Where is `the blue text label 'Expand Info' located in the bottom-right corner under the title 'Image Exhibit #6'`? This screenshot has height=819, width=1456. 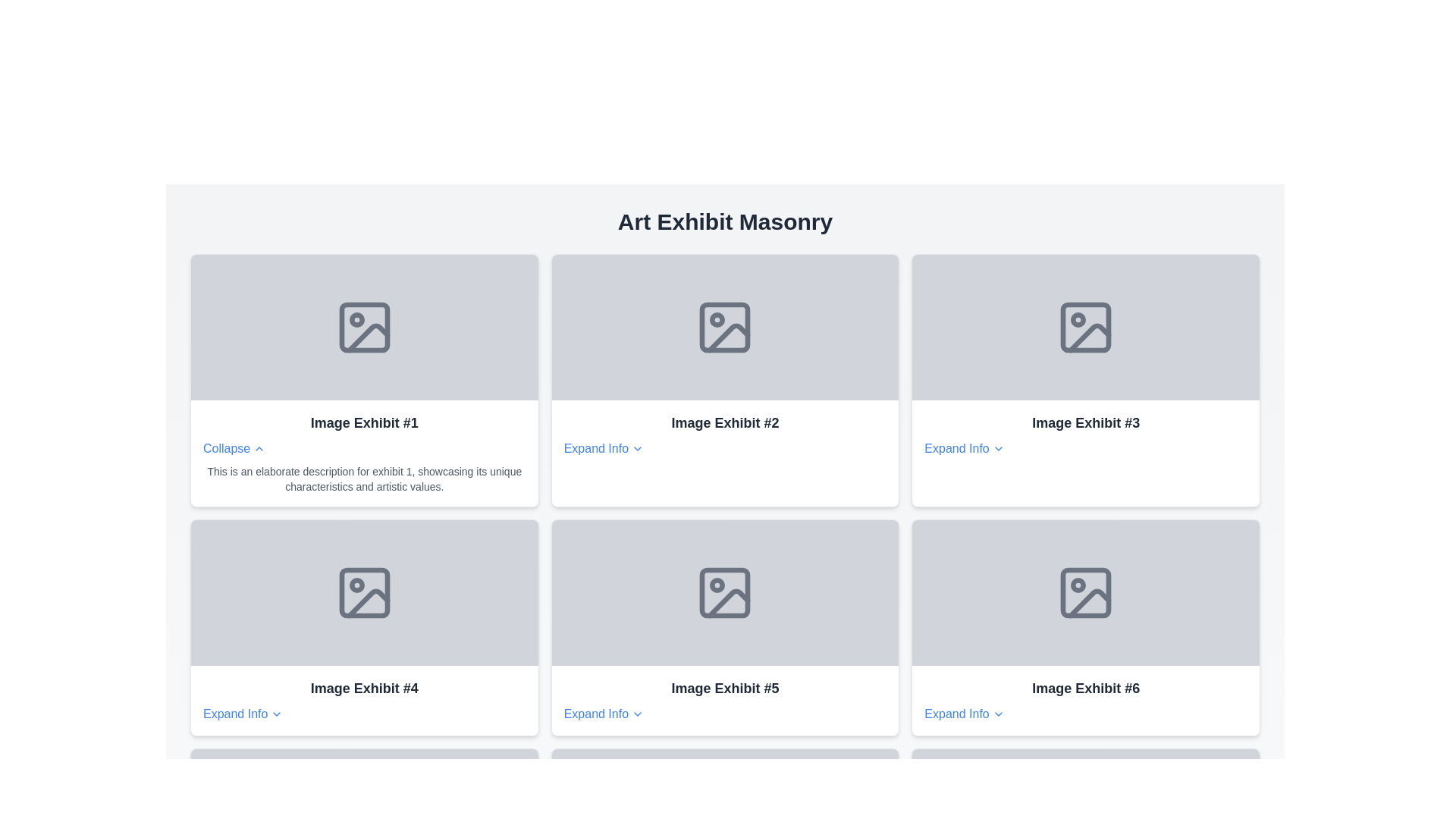 the blue text label 'Expand Info' located in the bottom-right corner under the title 'Image Exhibit #6' is located at coordinates (964, 714).